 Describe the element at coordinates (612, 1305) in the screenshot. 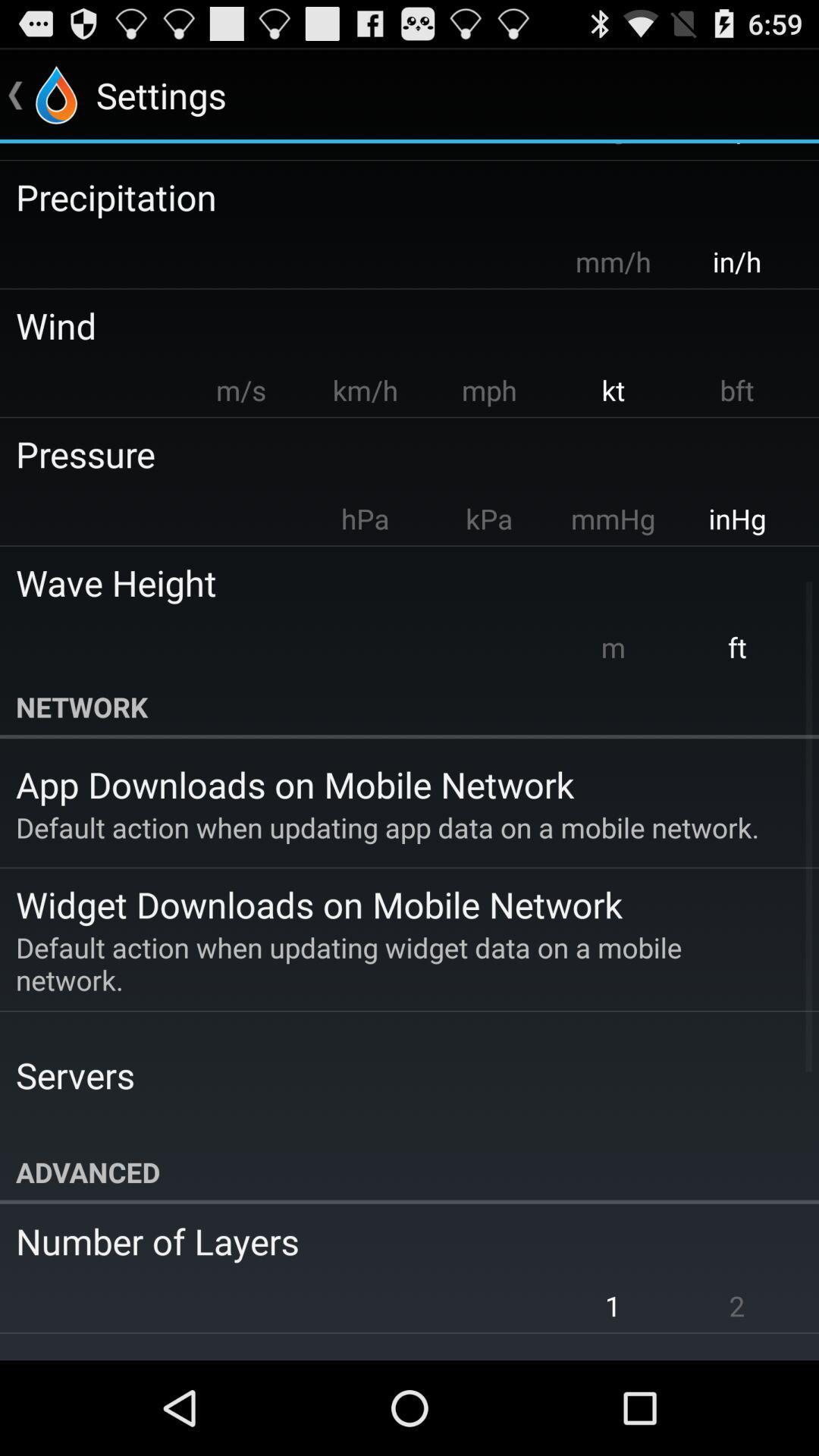

I see `the app below the number of layers app` at that location.